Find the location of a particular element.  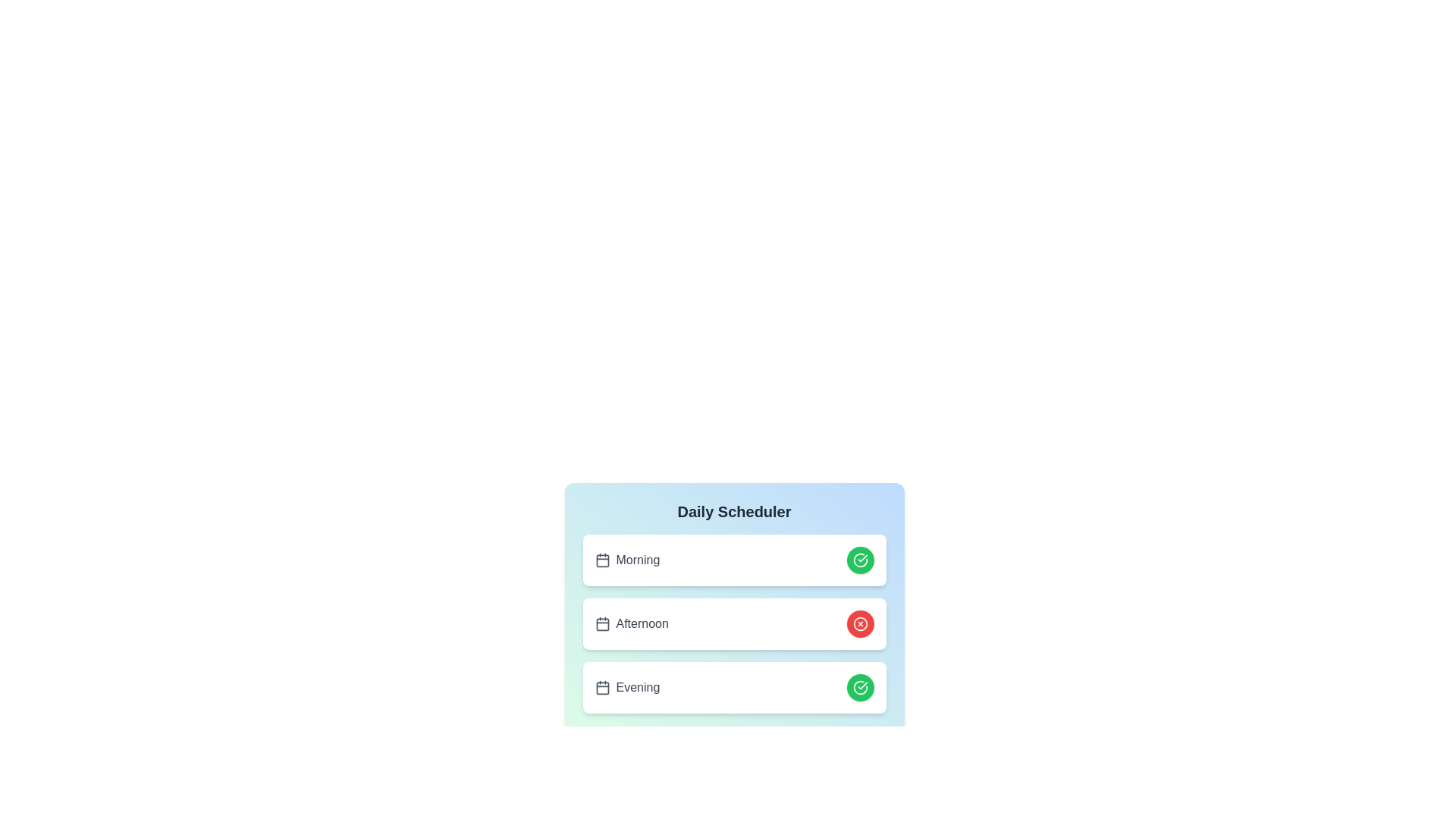

the green button to toggle the schedule status for Morning is located at coordinates (860, 560).